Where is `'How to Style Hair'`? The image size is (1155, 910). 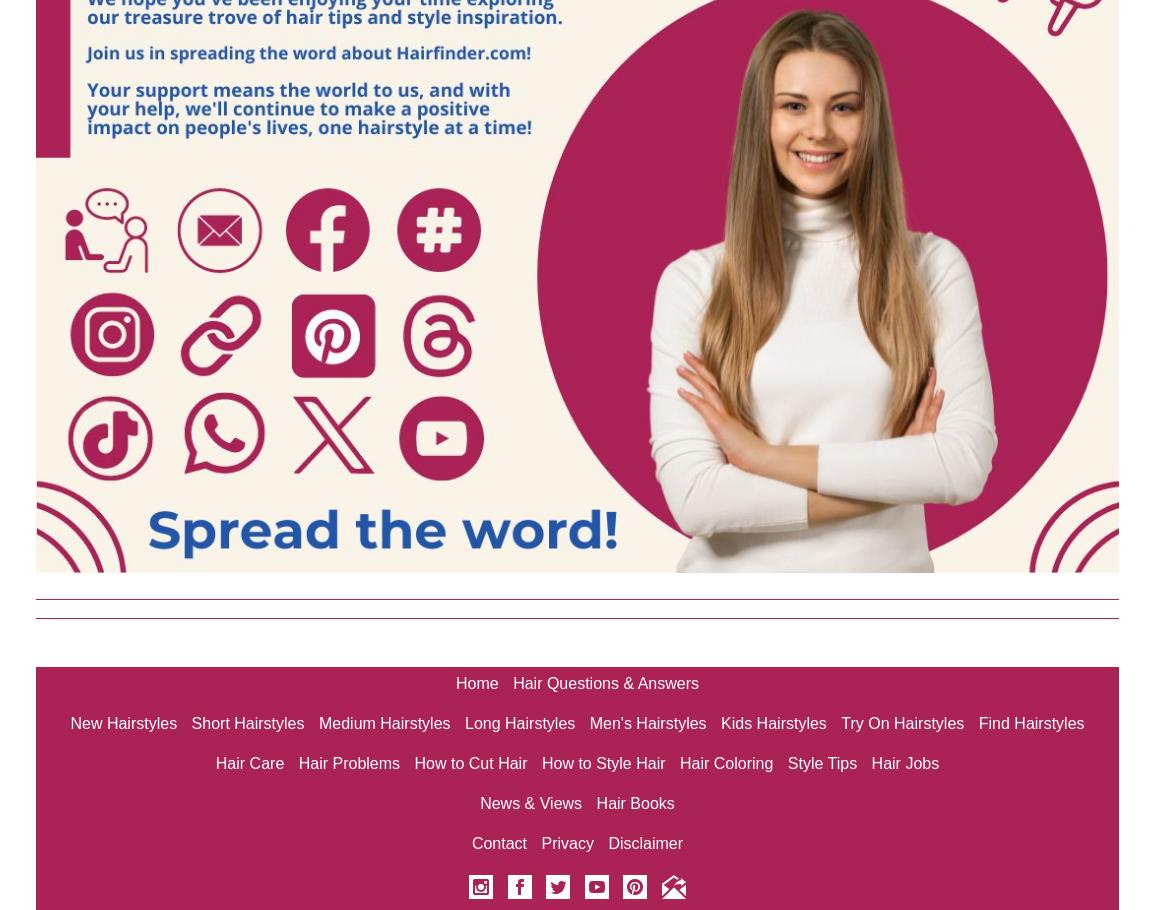 'How to Style Hair' is located at coordinates (603, 763).